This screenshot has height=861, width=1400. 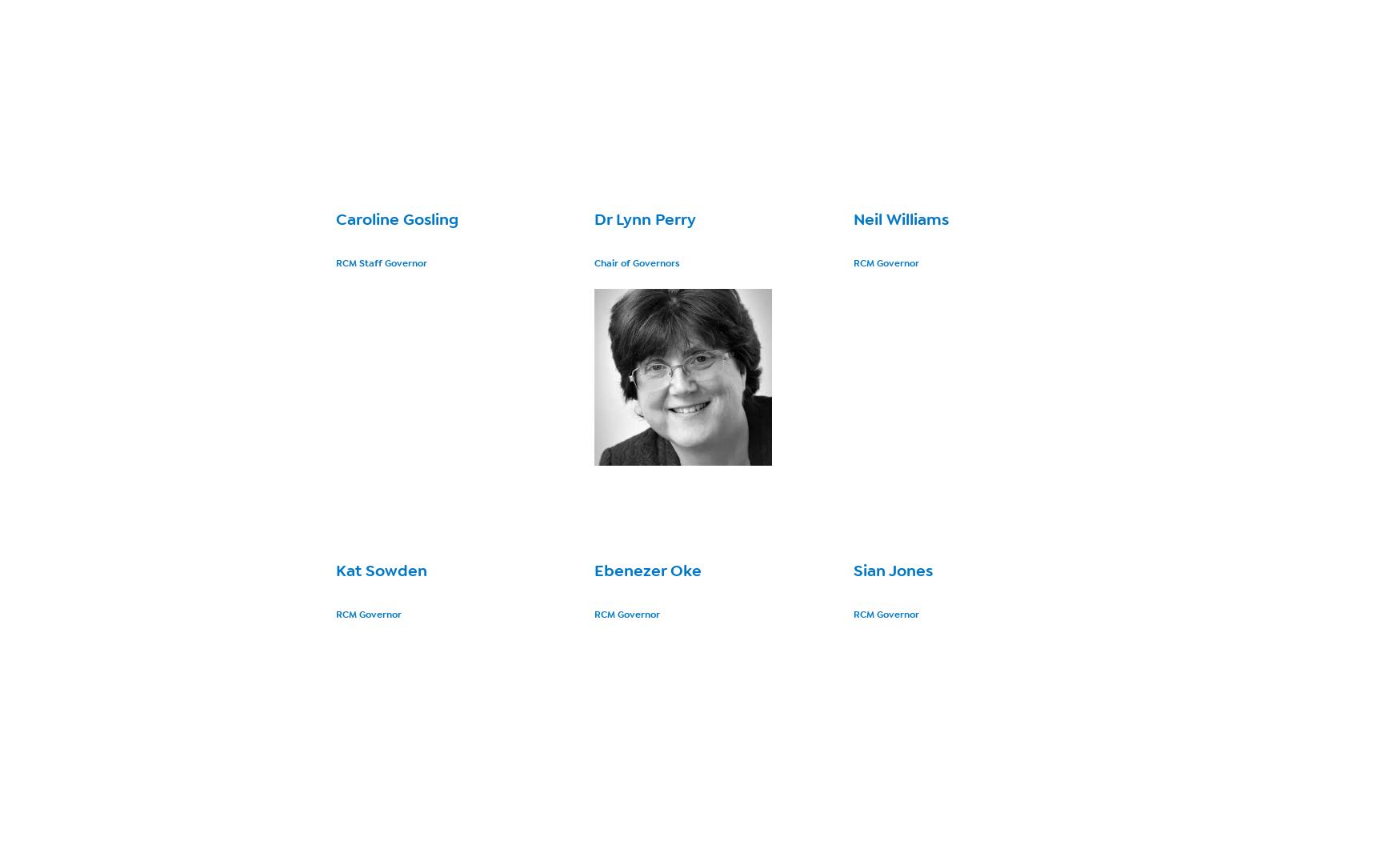 What do you see at coordinates (892, 571) in the screenshot?
I see `'Sian Jones'` at bounding box center [892, 571].